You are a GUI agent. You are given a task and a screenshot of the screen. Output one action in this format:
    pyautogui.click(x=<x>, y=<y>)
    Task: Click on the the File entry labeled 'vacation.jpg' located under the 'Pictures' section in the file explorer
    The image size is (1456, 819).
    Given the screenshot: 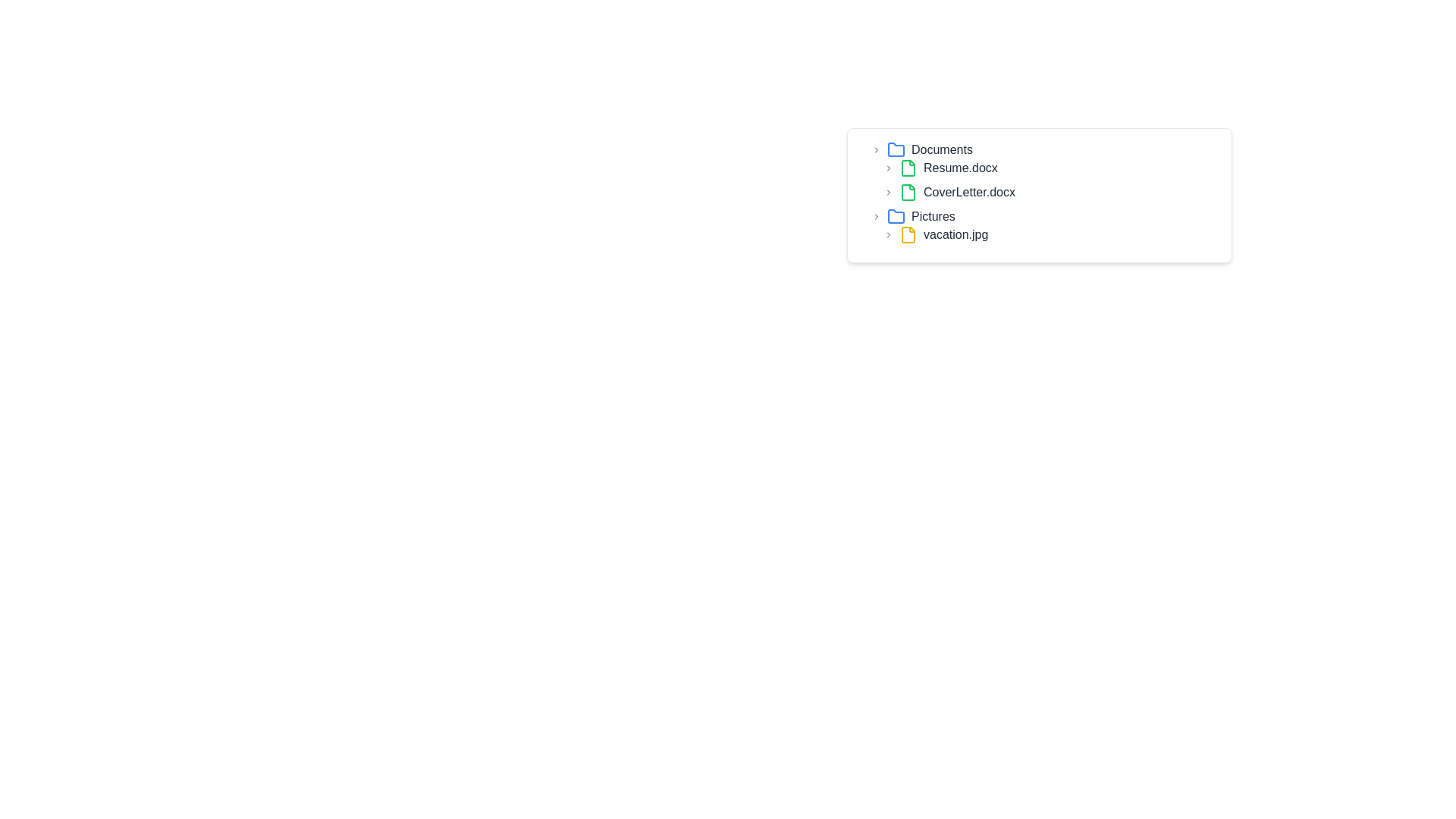 What is the action you would take?
    pyautogui.click(x=1051, y=234)
    